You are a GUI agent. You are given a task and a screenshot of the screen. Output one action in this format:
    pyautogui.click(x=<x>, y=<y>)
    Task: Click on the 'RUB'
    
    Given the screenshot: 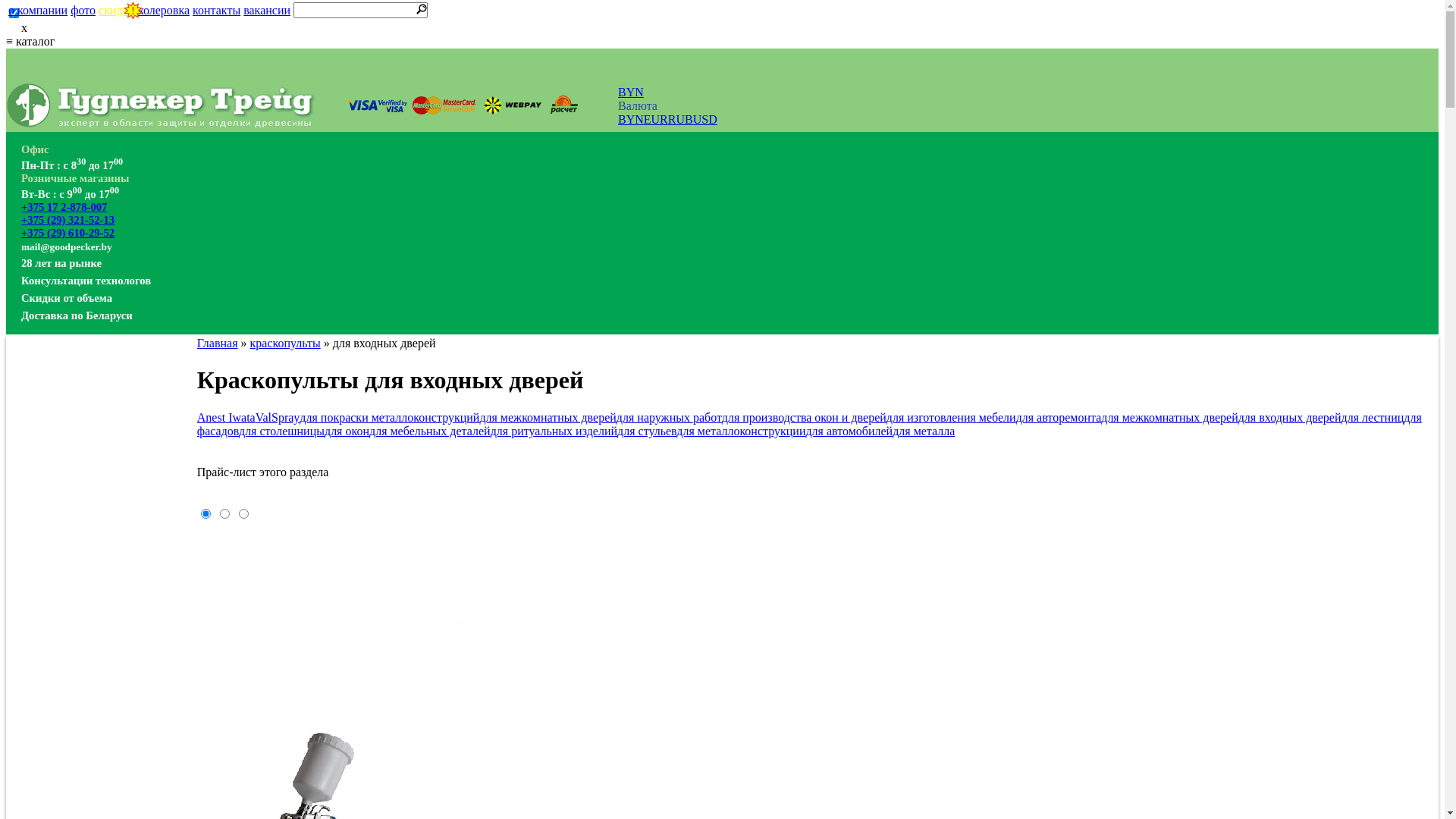 What is the action you would take?
    pyautogui.click(x=667, y=118)
    